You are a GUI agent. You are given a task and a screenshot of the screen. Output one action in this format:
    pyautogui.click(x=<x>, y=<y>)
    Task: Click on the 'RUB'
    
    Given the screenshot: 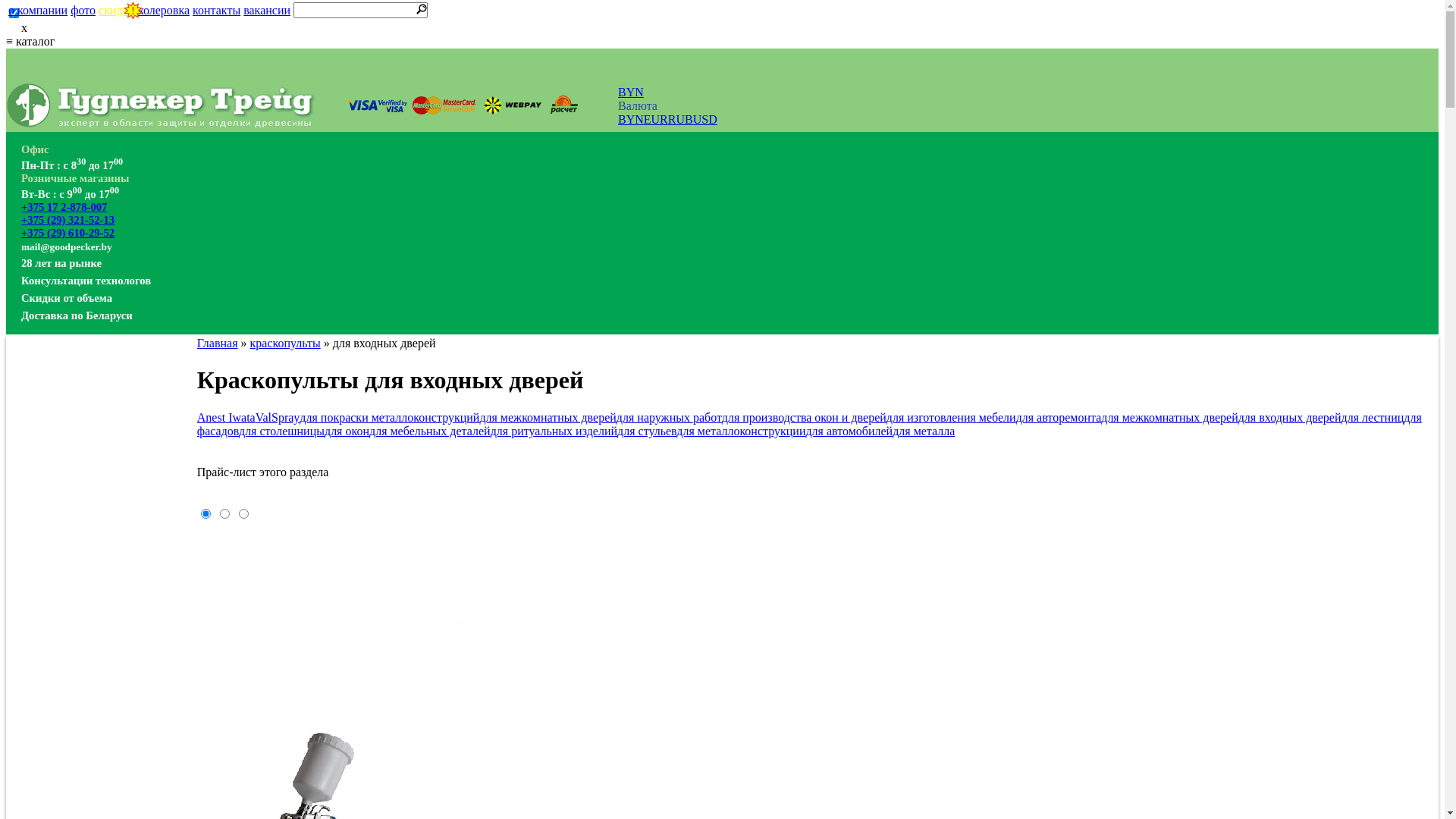 What is the action you would take?
    pyautogui.click(x=667, y=118)
    